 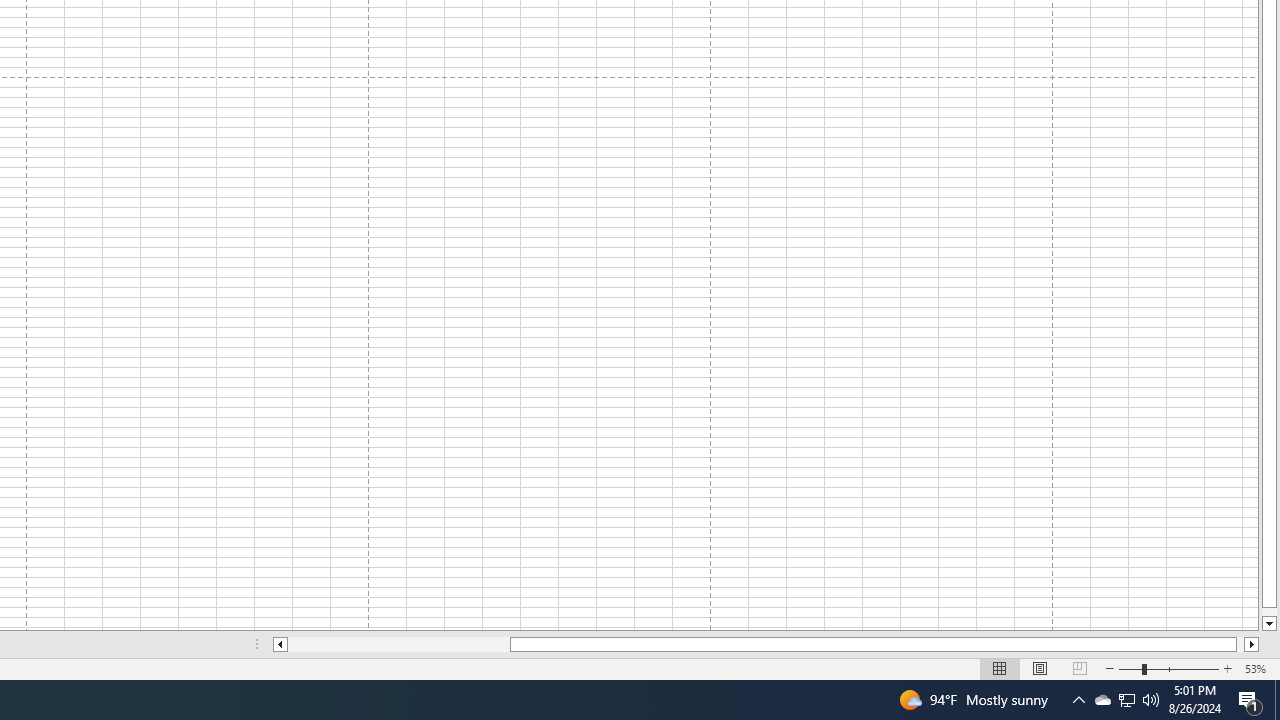 I want to click on 'Column right', so click(x=1251, y=644).